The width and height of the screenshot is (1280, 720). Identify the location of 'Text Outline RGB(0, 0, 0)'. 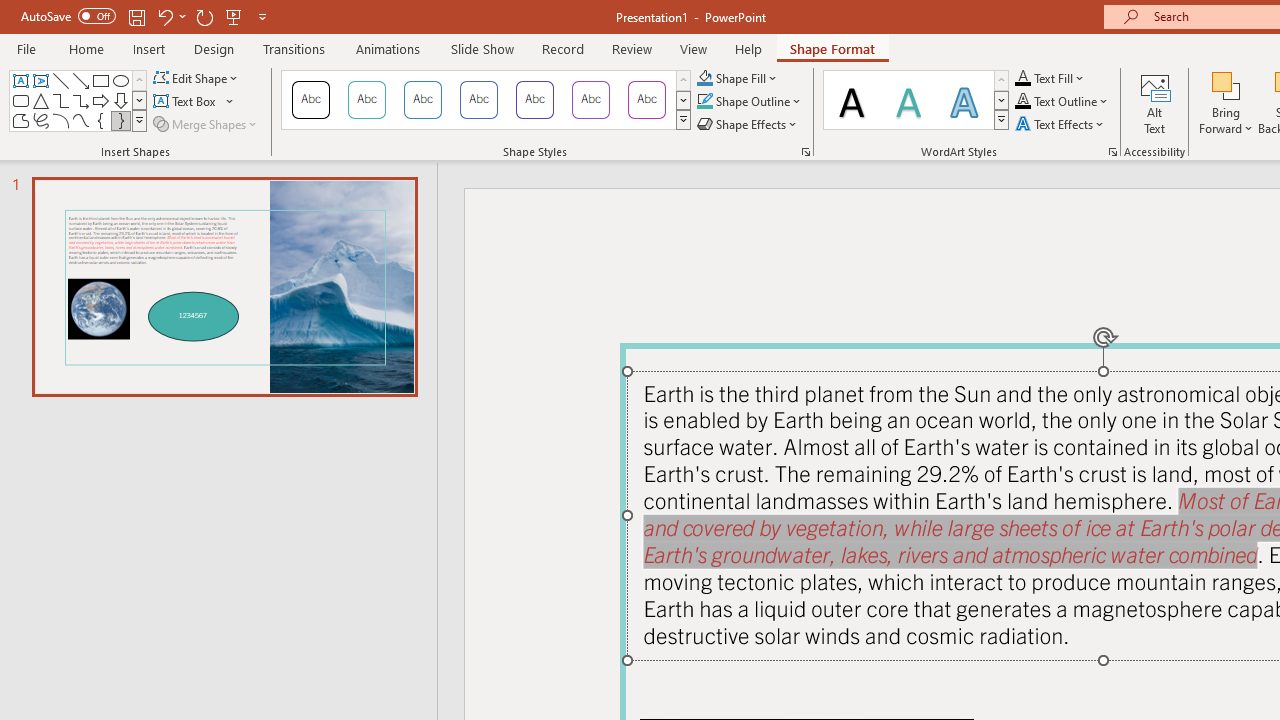
(1023, 101).